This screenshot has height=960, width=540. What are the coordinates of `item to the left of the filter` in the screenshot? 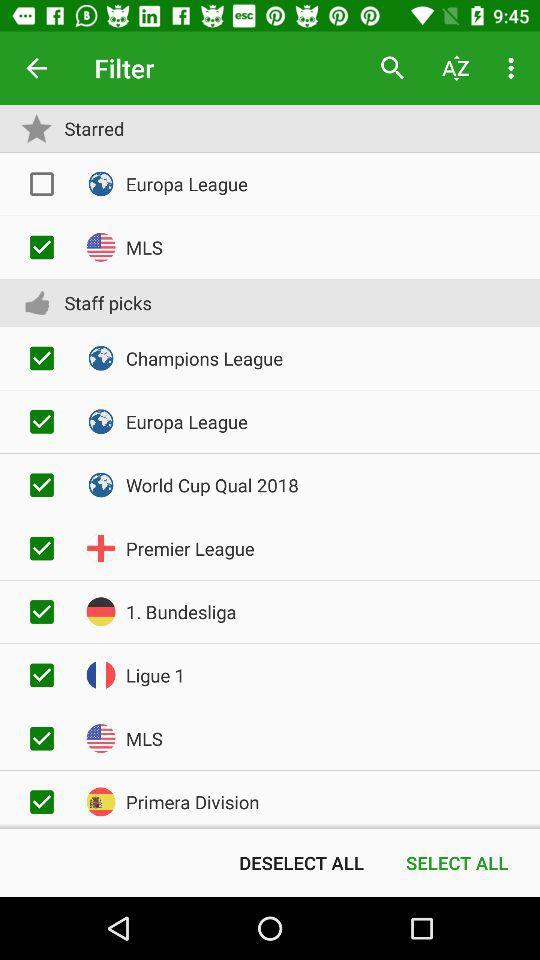 It's located at (36, 68).